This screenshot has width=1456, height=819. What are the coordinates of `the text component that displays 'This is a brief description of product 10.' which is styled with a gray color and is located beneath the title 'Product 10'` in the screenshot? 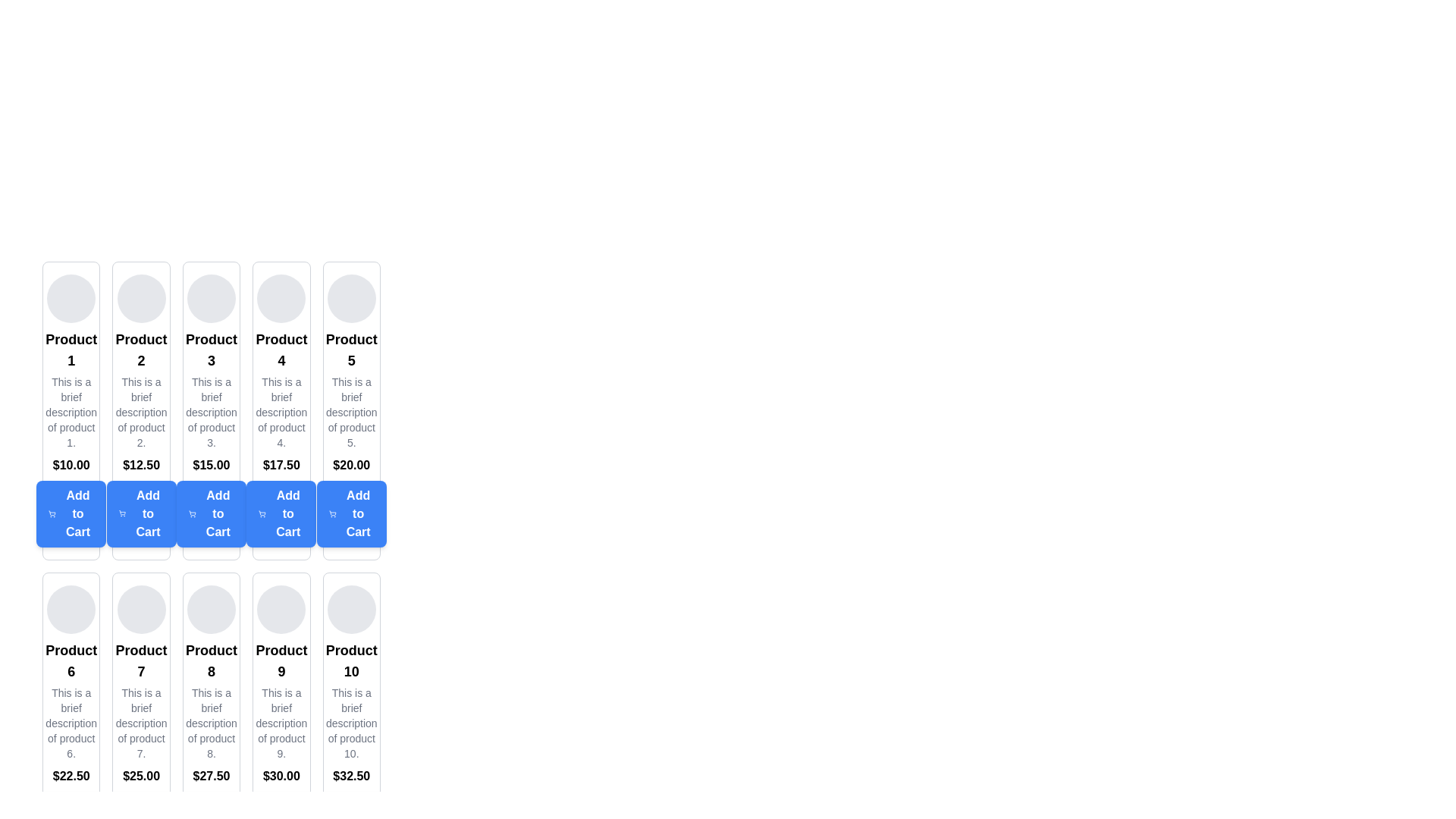 It's located at (350, 722).